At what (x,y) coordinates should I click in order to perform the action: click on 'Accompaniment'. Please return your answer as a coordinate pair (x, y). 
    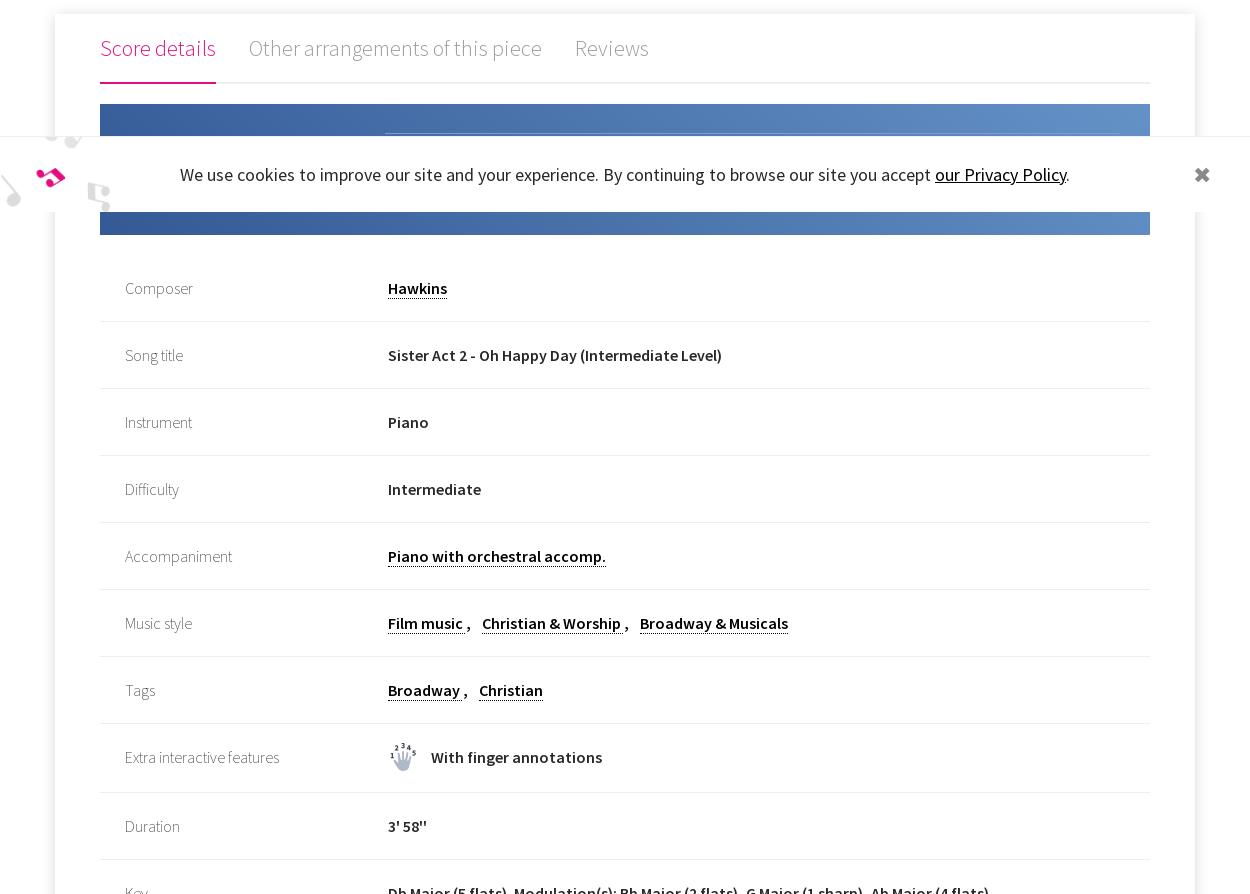
    Looking at the image, I should click on (178, 555).